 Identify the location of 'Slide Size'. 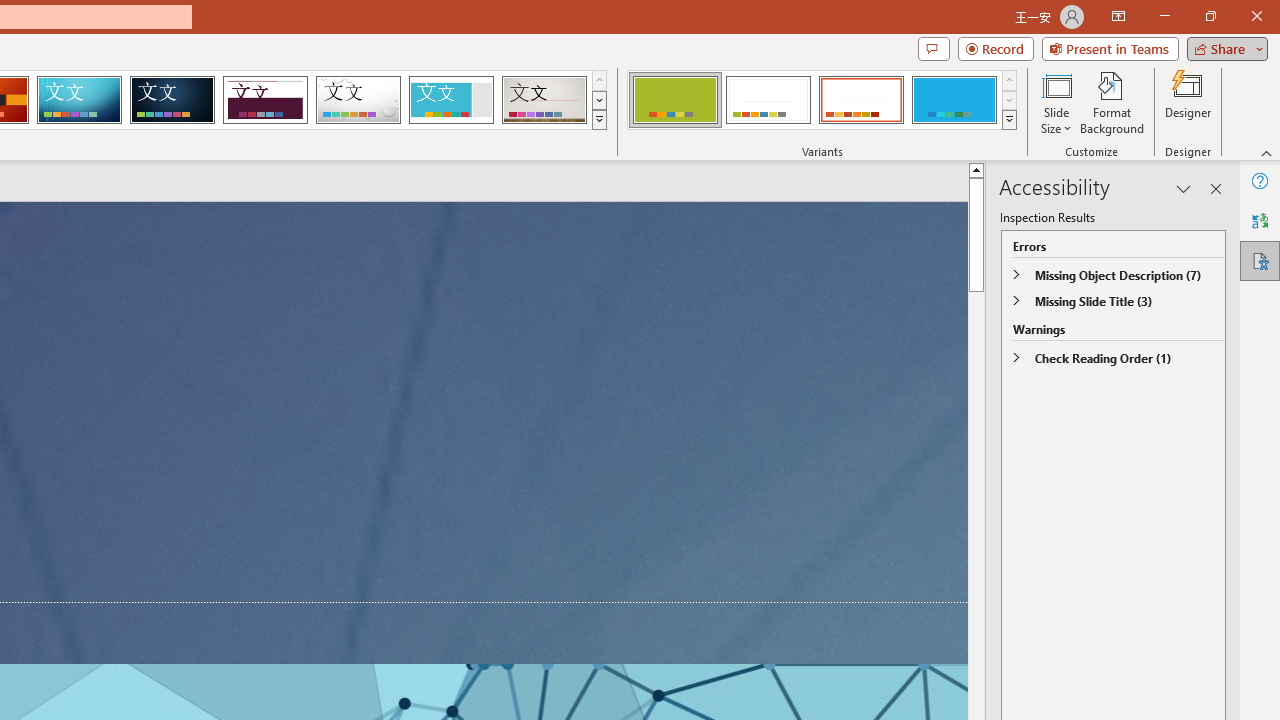
(1055, 103).